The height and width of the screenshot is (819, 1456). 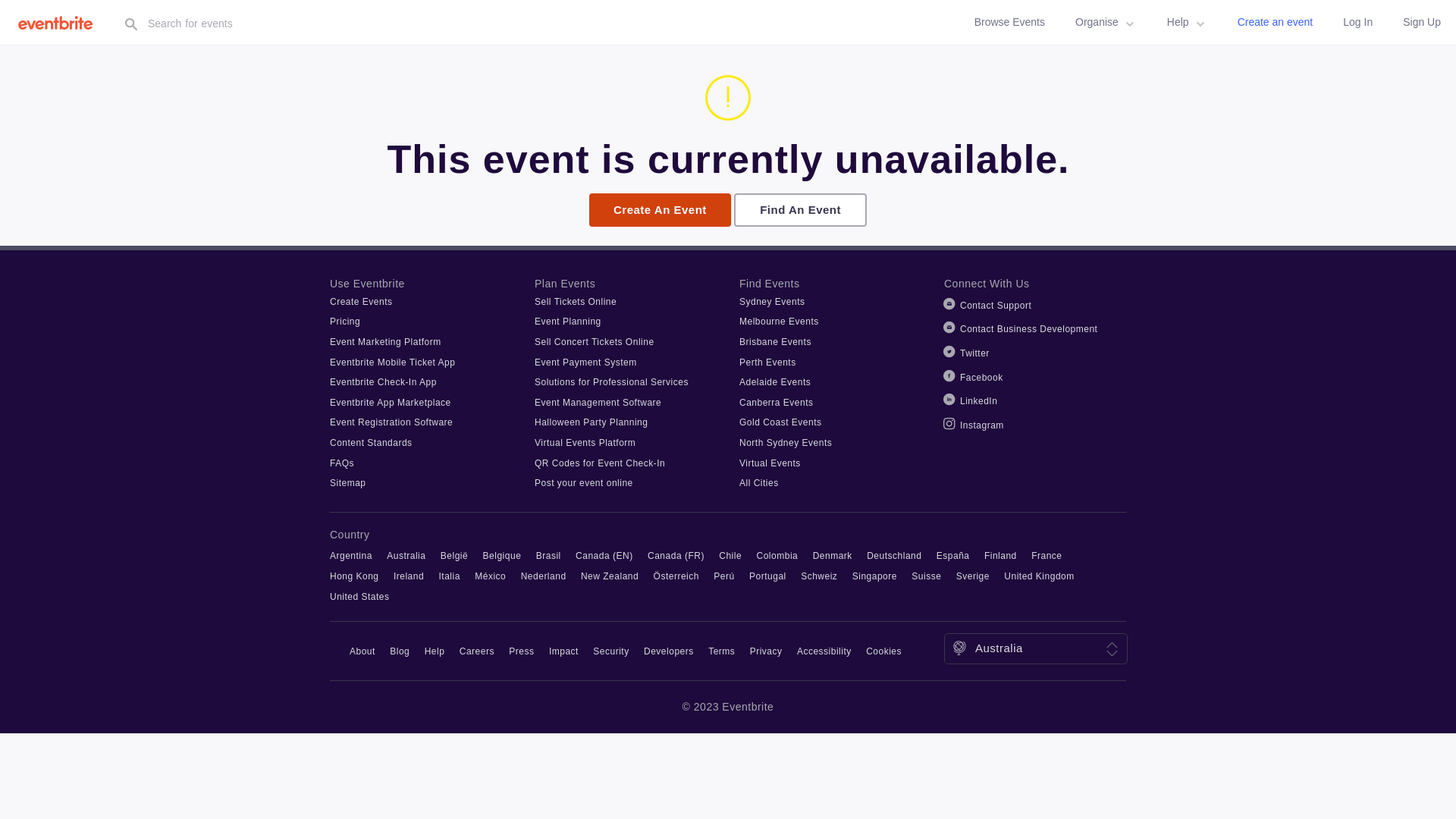 What do you see at coordinates (770, 462) in the screenshot?
I see `'Virtual Events'` at bounding box center [770, 462].